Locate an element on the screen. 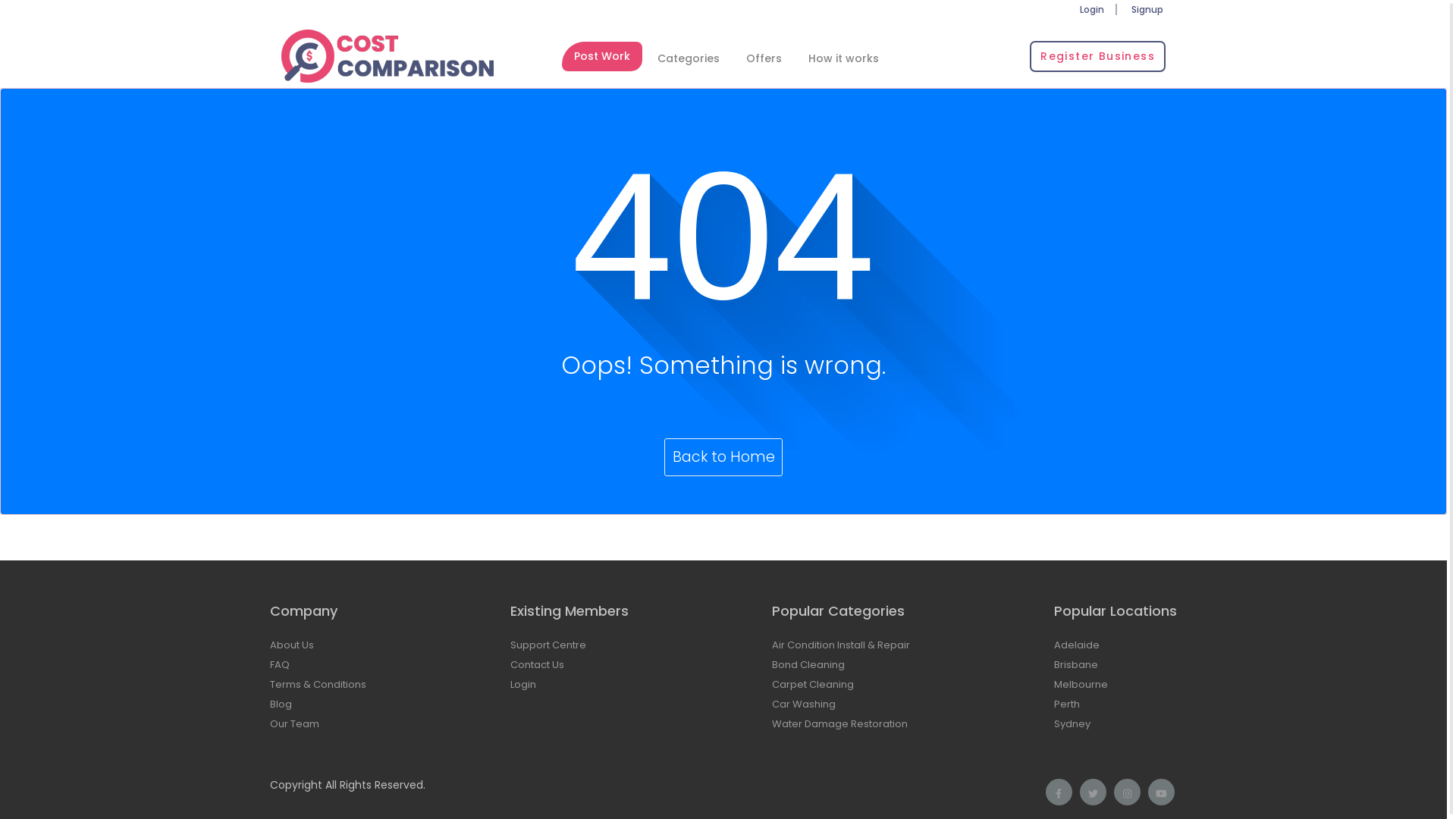 Image resolution: width=1456 pixels, height=819 pixels. 'Water Damage Restoration' is located at coordinates (839, 723).